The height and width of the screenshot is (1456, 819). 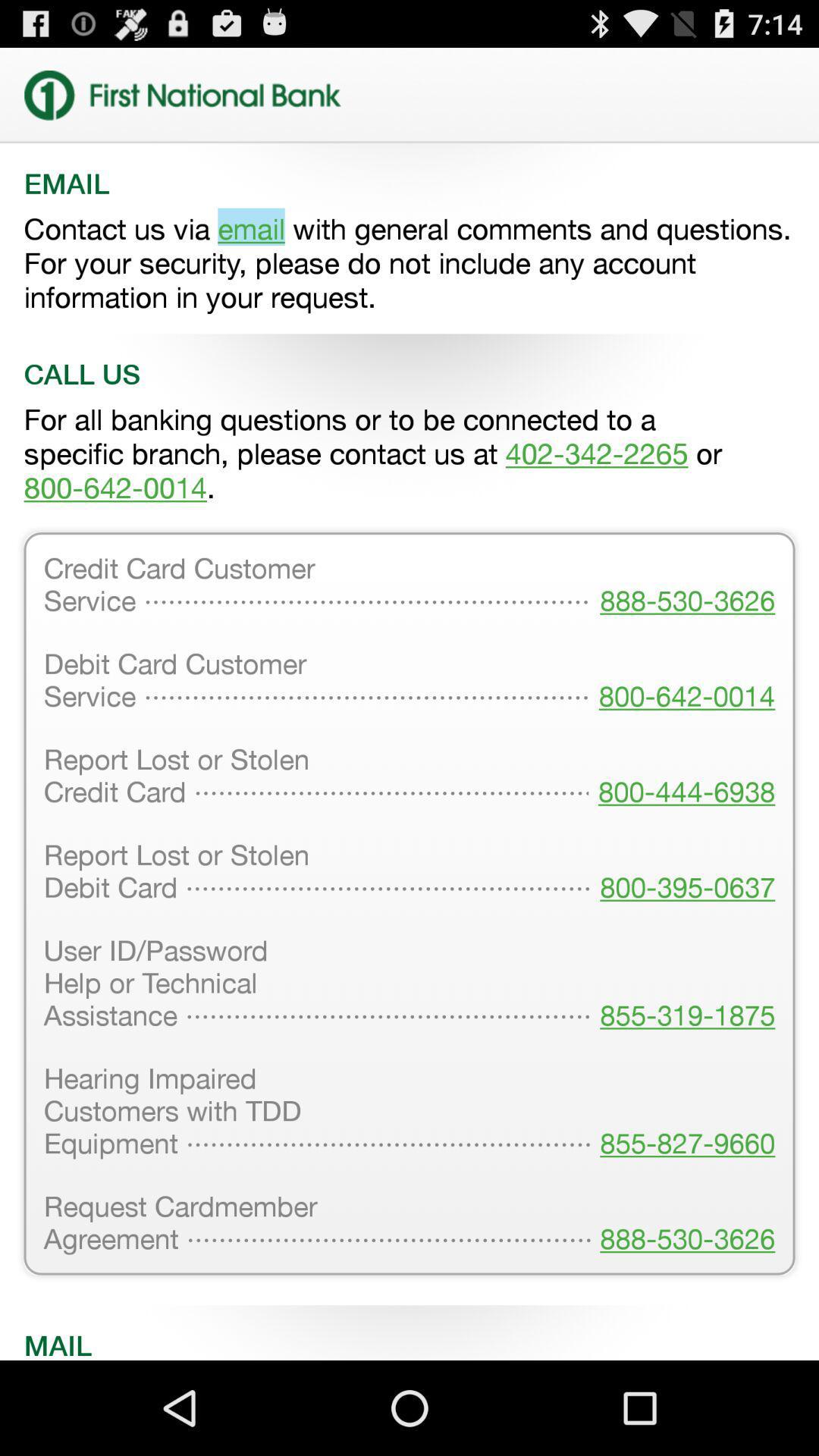 What do you see at coordinates (682, 984) in the screenshot?
I see `the icon below the report lost or item` at bounding box center [682, 984].